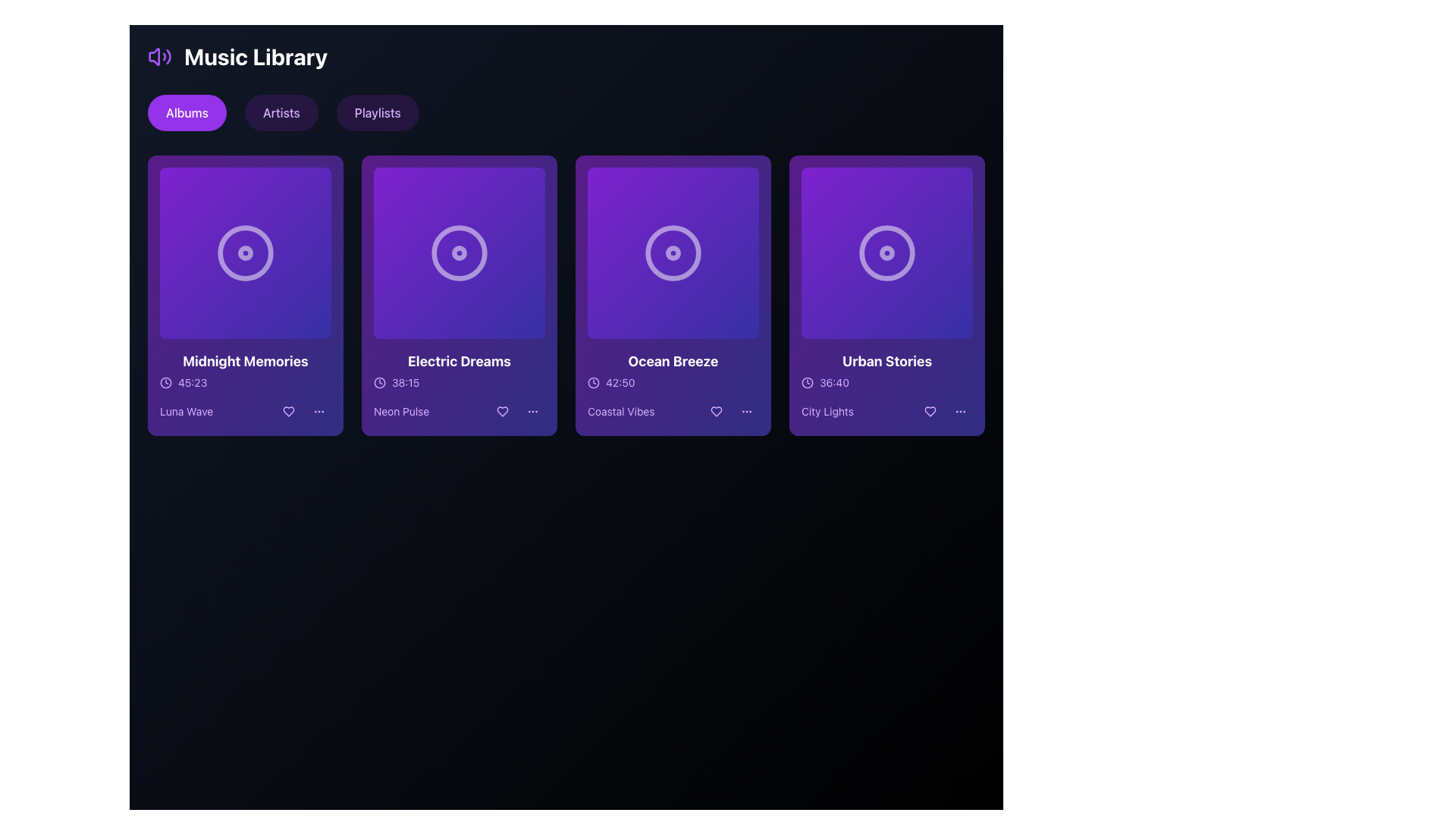 The image size is (1456, 819). What do you see at coordinates (833, 382) in the screenshot?
I see `the text label displaying the duration or playtime of the album 'Urban Stories'` at bounding box center [833, 382].